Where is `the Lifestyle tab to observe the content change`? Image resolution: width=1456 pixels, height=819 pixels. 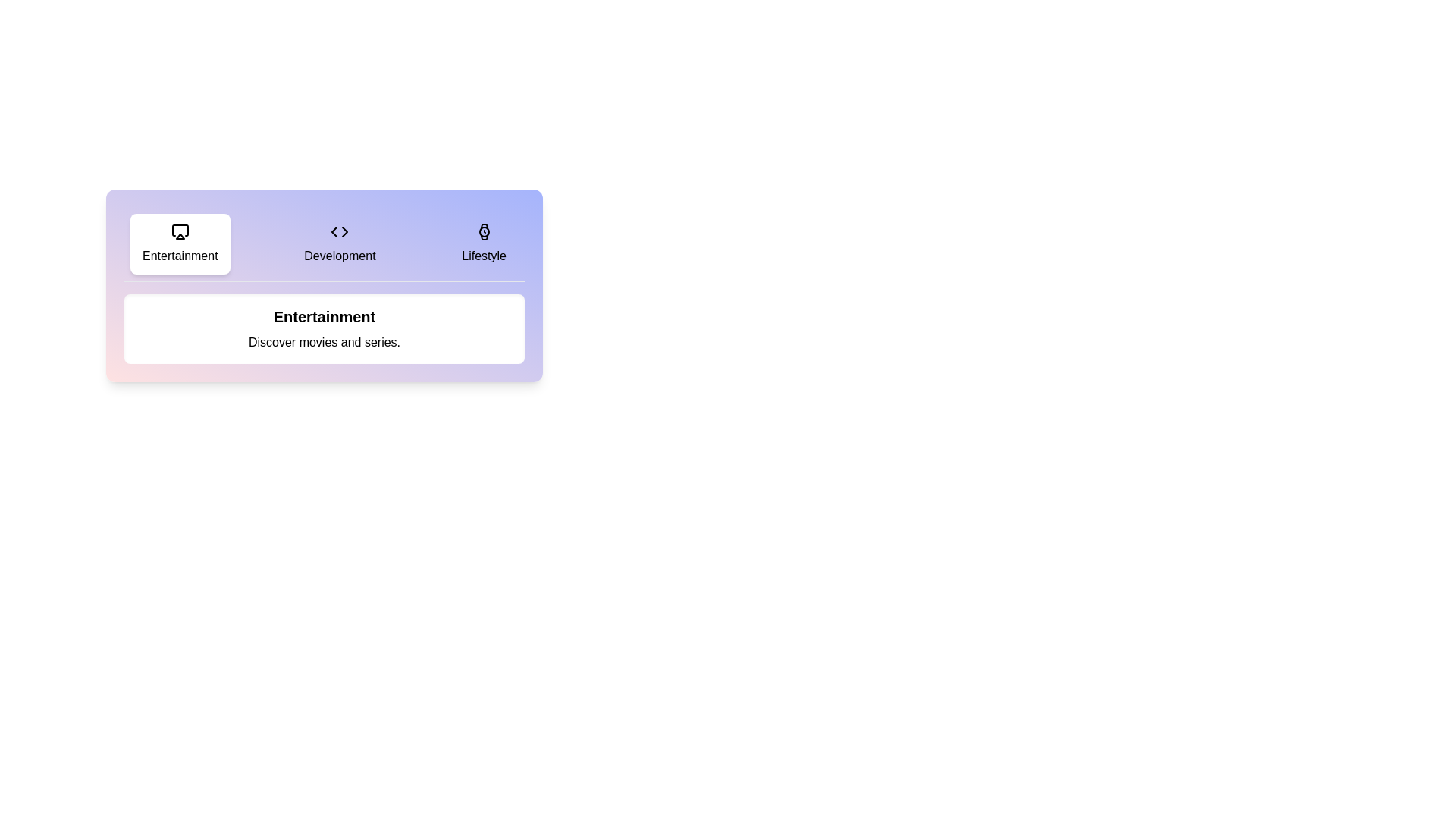
the Lifestyle tab to observe the content change is located at coordinates (483, 243).